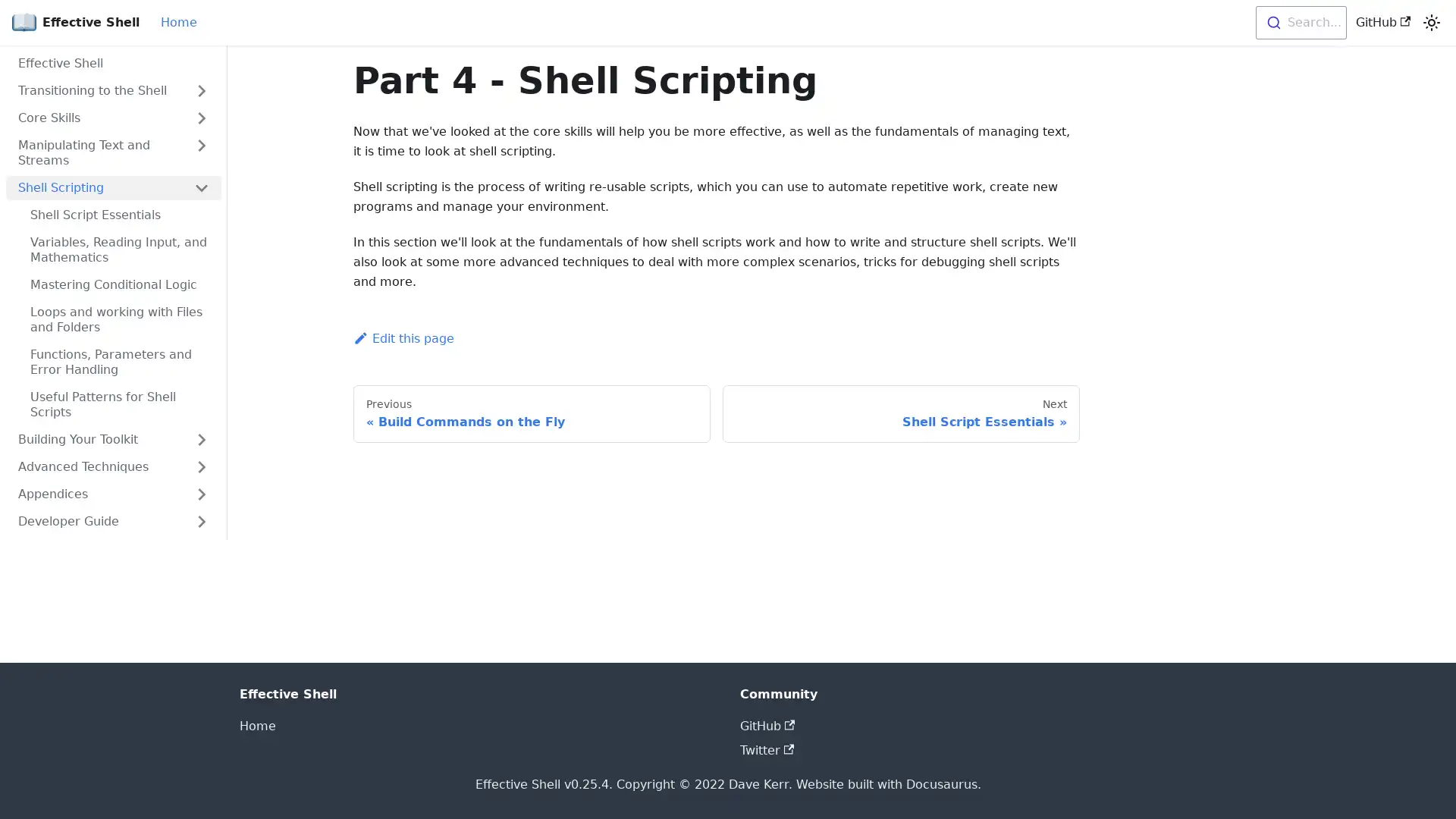  I want to click on Toggle the collapsible sidebar category 'Transitioning to the Shell', so click(200, 90).